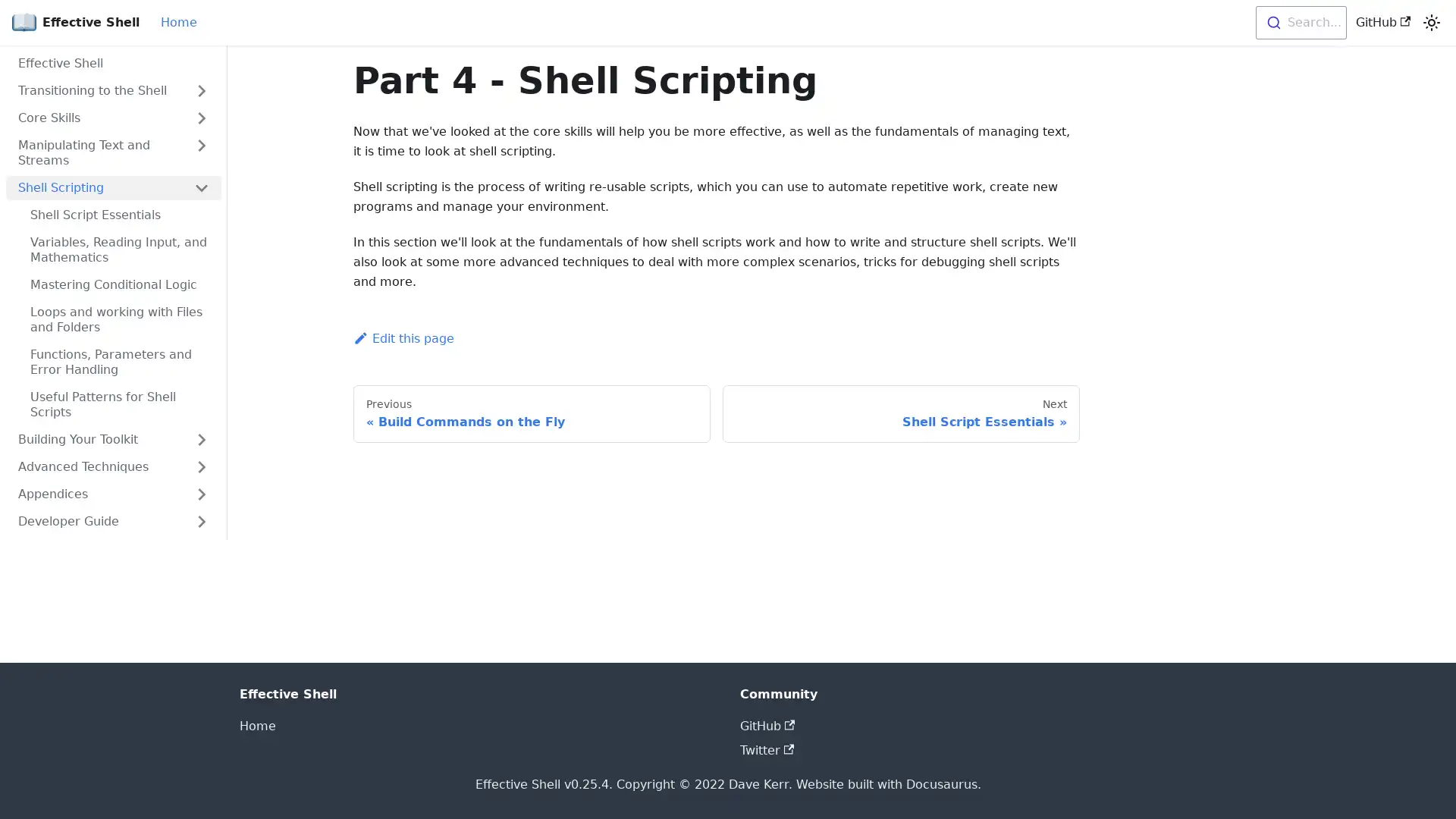  I want to click on Toggle the collapsible sidebar category 'Transitioning to the Shell', so click(200, 90).